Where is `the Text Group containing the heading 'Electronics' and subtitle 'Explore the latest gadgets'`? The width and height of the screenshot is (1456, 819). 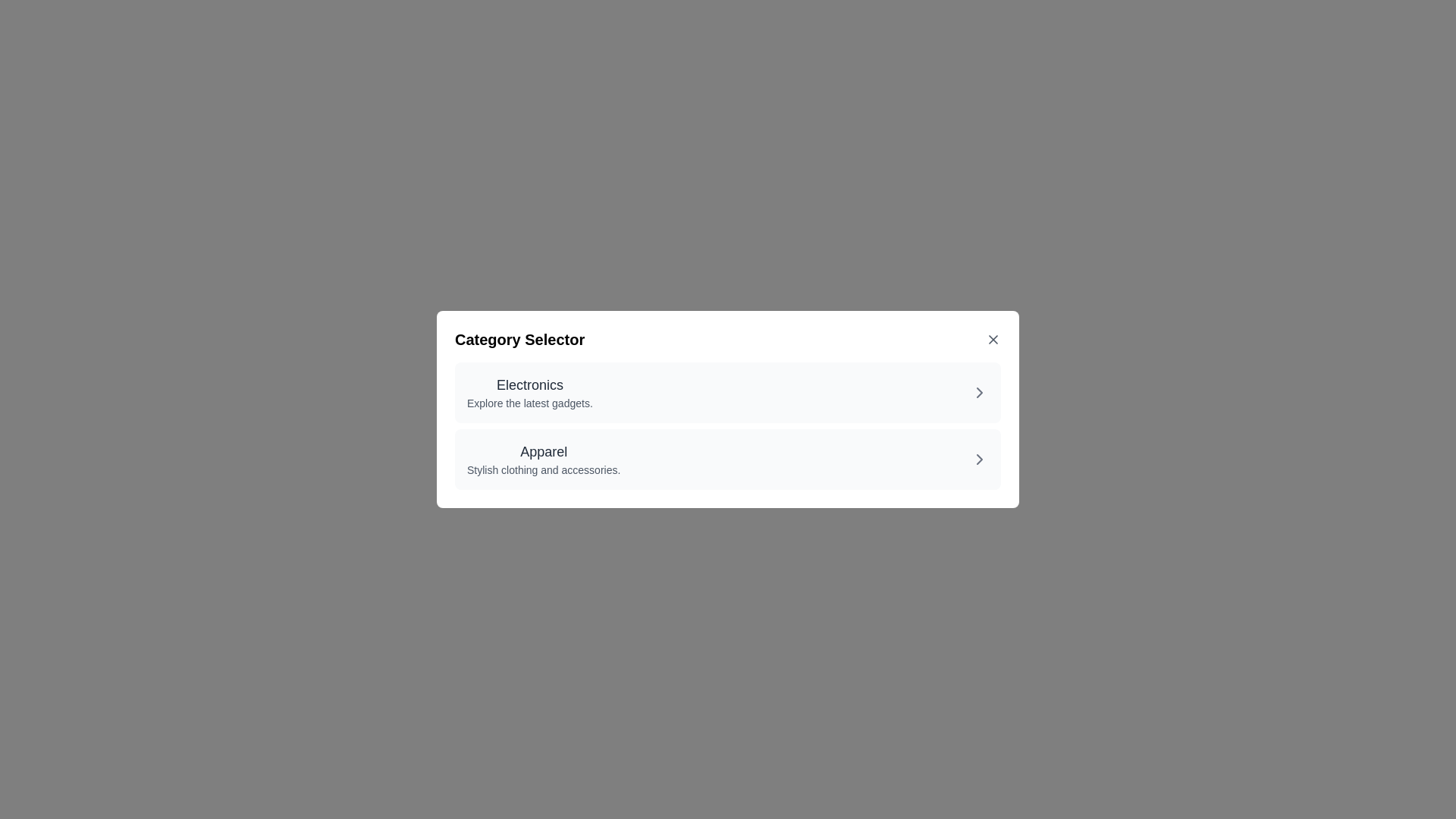 the Text Group containing the heading 'Electronics' and subtitle 'Explore the latest gadgets' is located at coordinates (529, 391).